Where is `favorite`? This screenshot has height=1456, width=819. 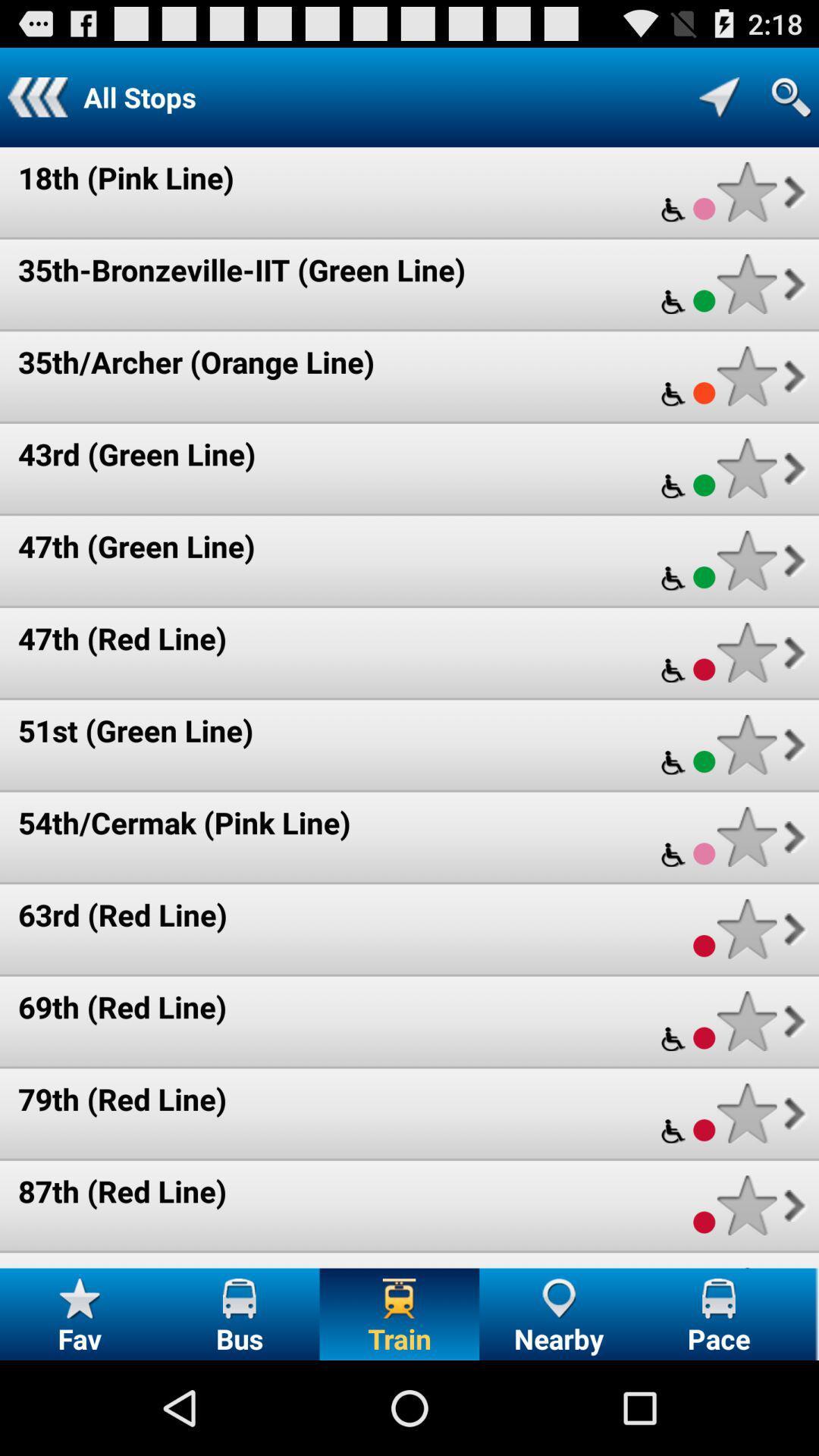 favorite is located at coordinates (746, 376).